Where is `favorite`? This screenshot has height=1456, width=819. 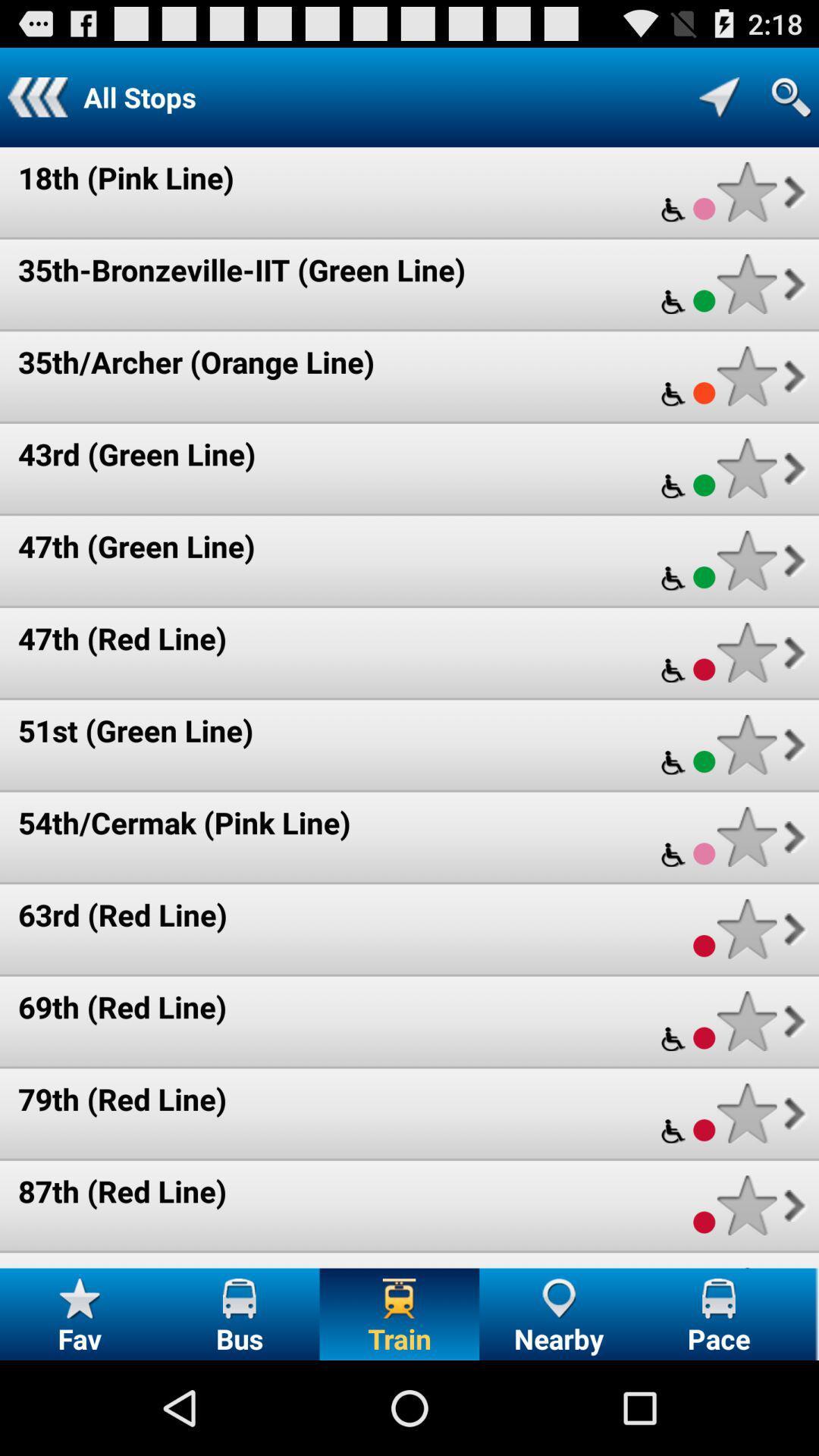 favorite is located at coordinates (746, 376).